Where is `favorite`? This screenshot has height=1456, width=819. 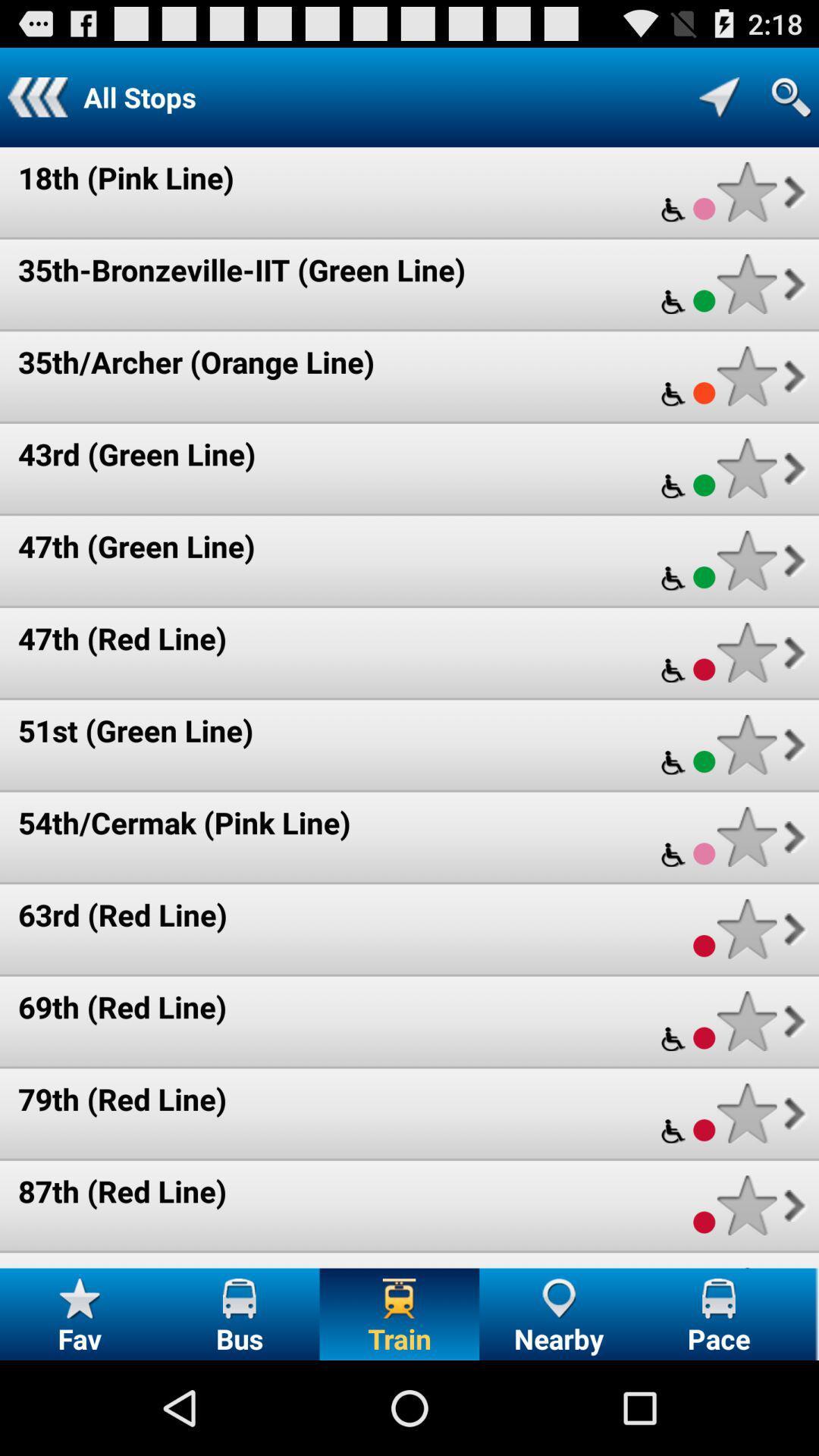 favorite is located at coordinates (746, 376).